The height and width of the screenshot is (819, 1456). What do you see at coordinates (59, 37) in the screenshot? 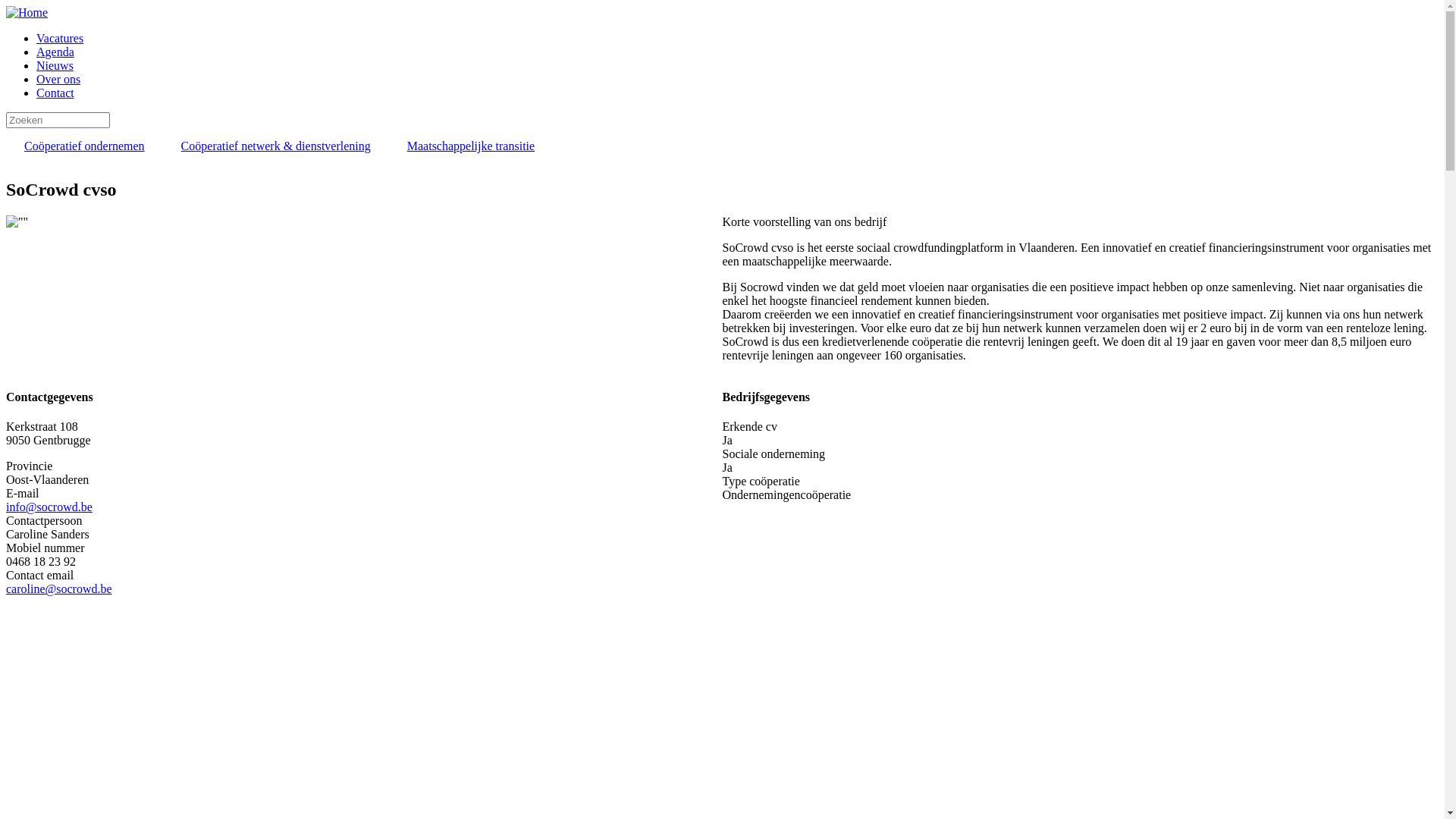
I see `'Vacatures'` at bounding box center [59, 37].